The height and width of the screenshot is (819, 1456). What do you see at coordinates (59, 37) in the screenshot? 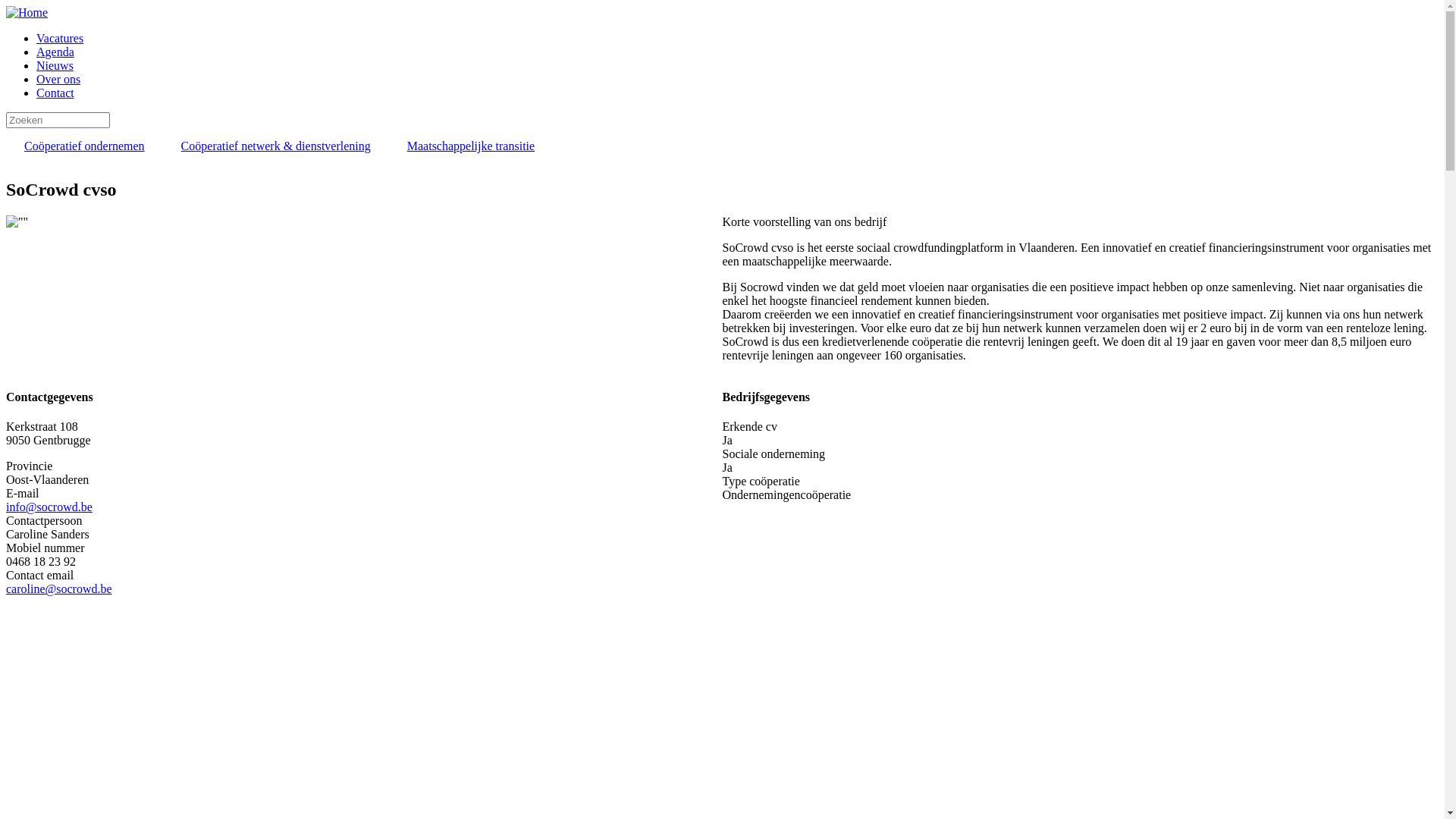
I see `'Vacatures'` at bounding box center [59, 37].